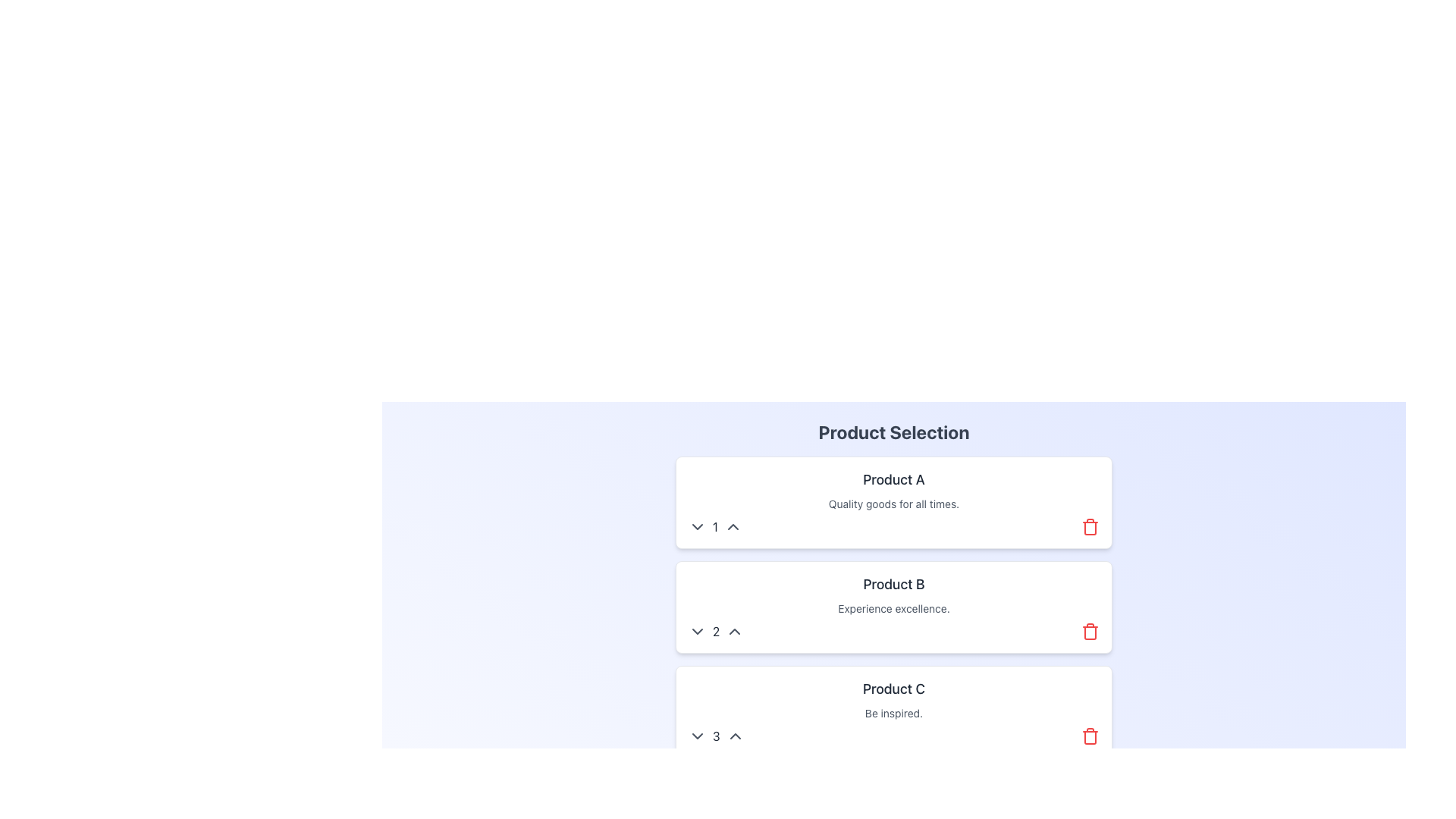 The width and height of the screenshot is (1456, 819). I want to click on the red-bordered trash can button located to the far-right of Product B in the list, so click(1090, 632).